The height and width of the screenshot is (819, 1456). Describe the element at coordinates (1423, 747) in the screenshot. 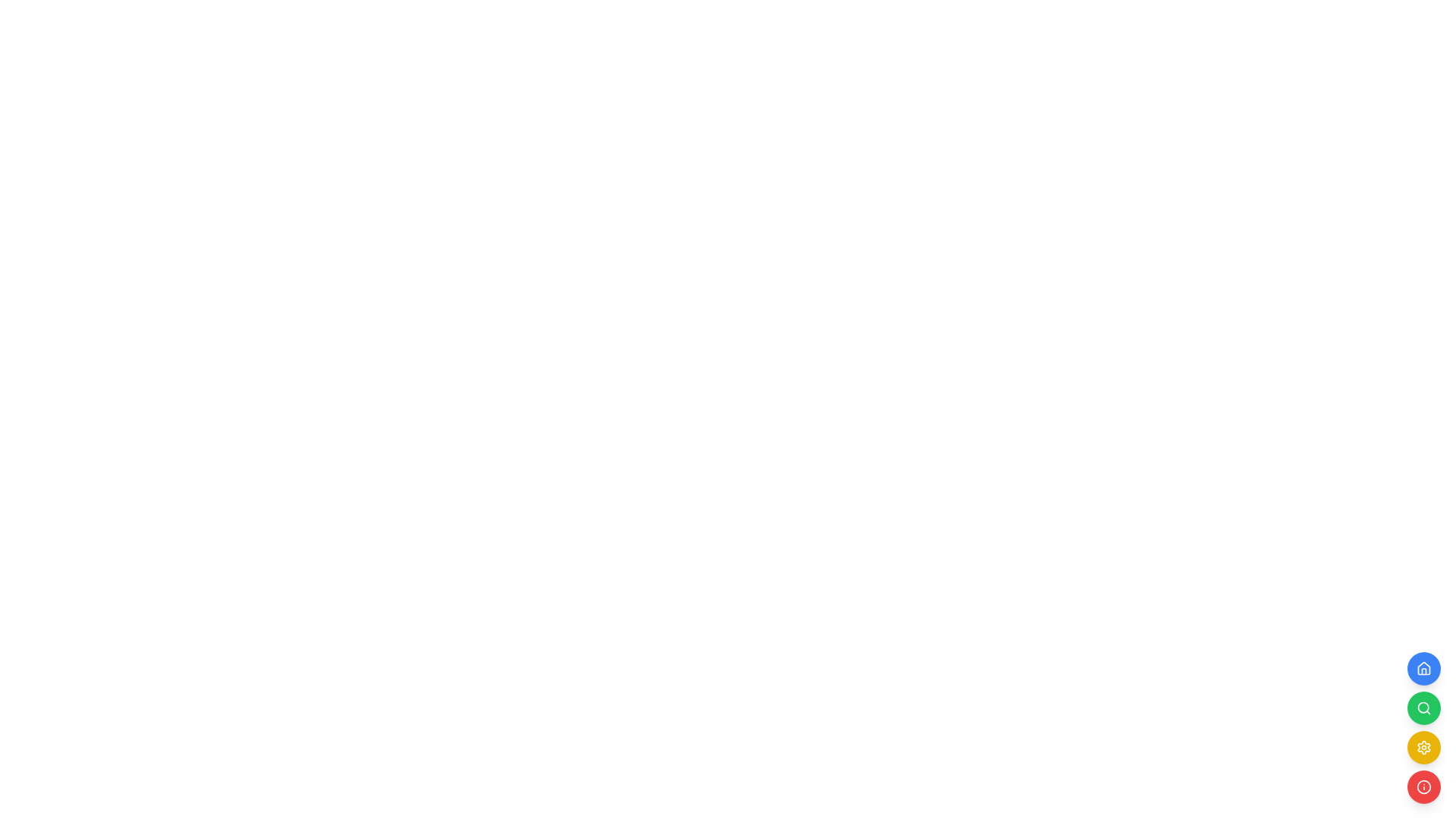

I see `the gear-like representation, which is part of the settings icon, located on the right side of the interface` at that location.